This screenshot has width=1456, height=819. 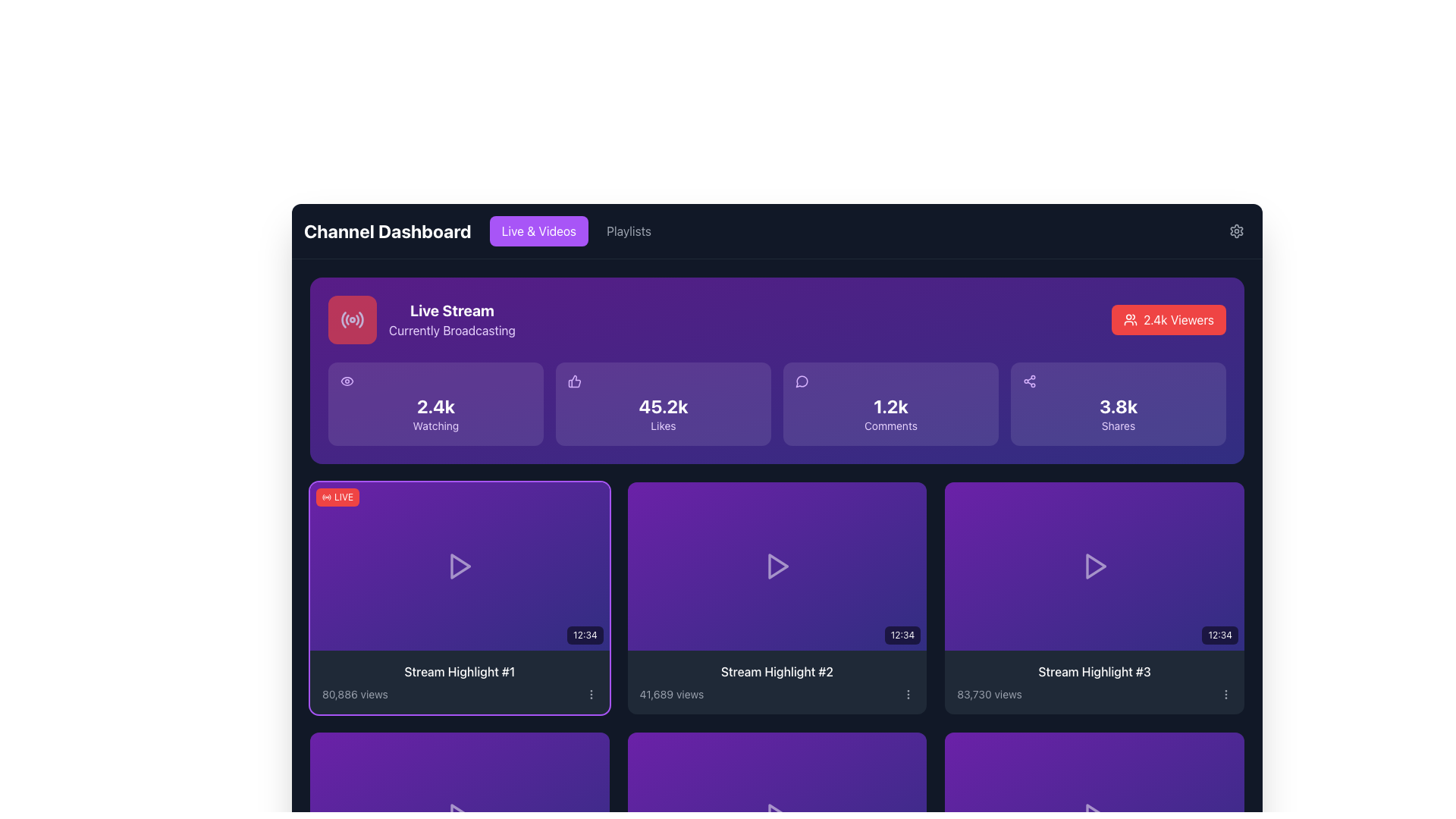 I want to click on the leftmost icon representing user comments in the purple cards area, specifically in the card labeled '1.2k Comments', so click(x=801, y=380).